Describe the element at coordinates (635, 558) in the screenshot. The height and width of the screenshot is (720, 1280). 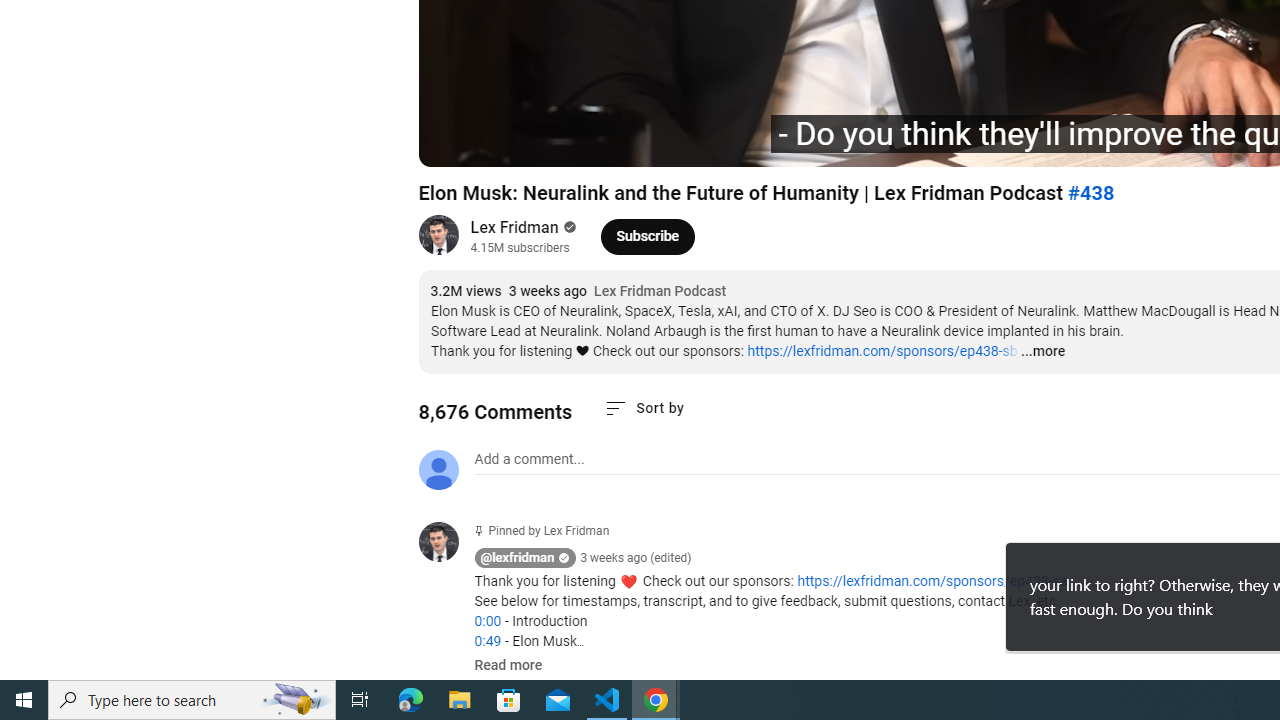
I see `'3 weeks ago (edited)'` at that location.